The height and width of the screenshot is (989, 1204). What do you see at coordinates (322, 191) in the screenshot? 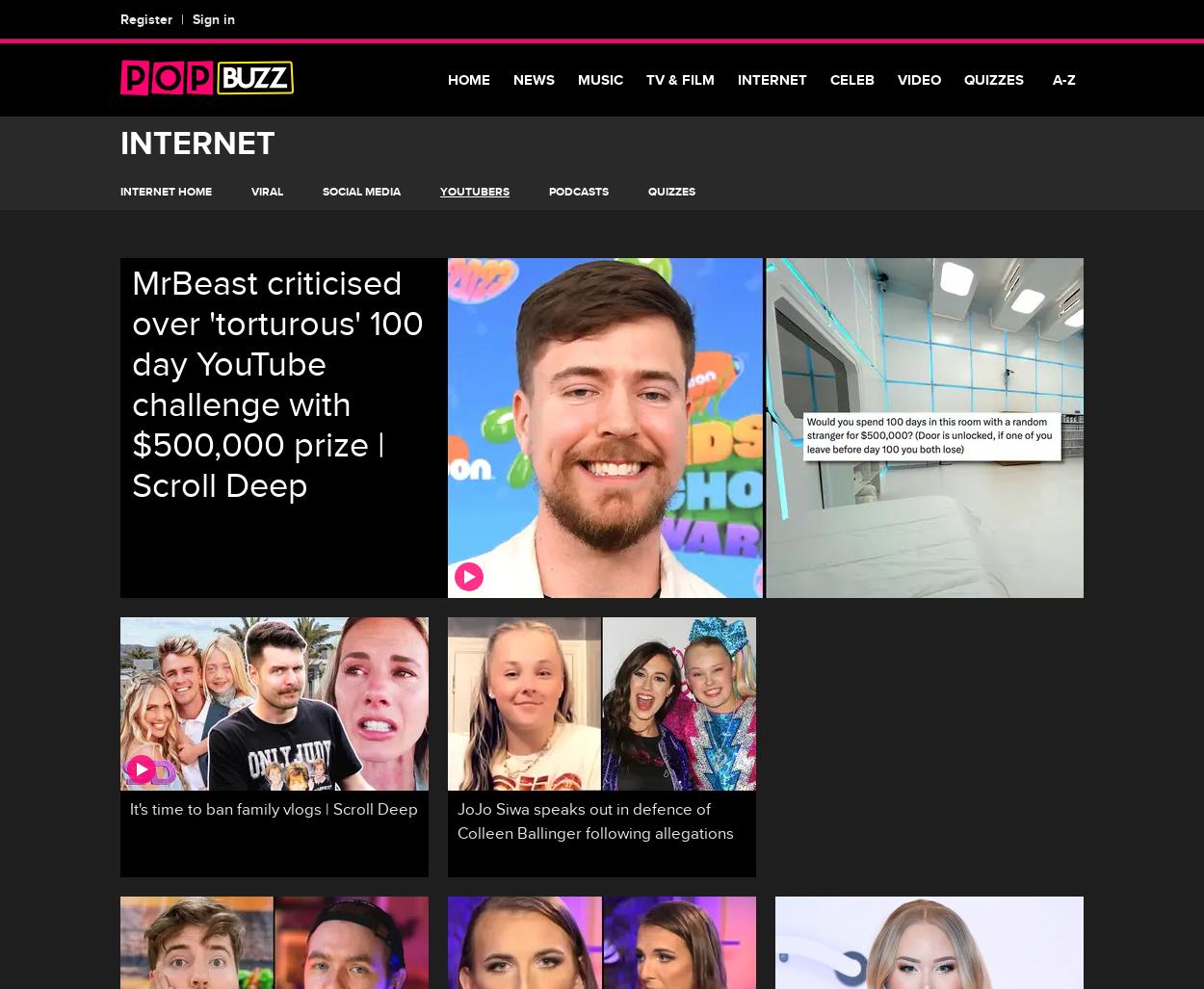
I see `'Social Media'` at bounding box center [322, 191].